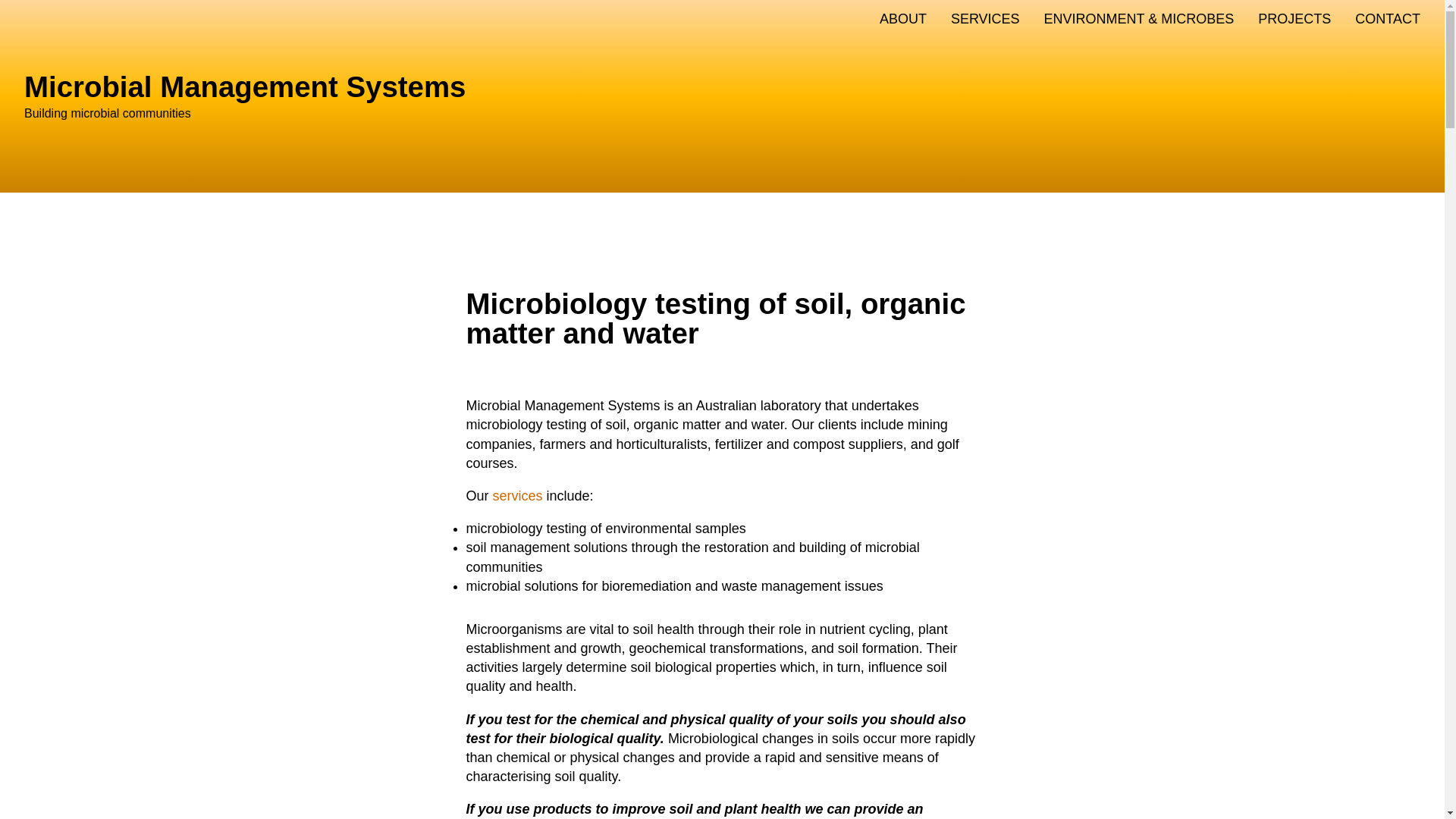  I want to click on 'ABOUT', so click(902, 19).